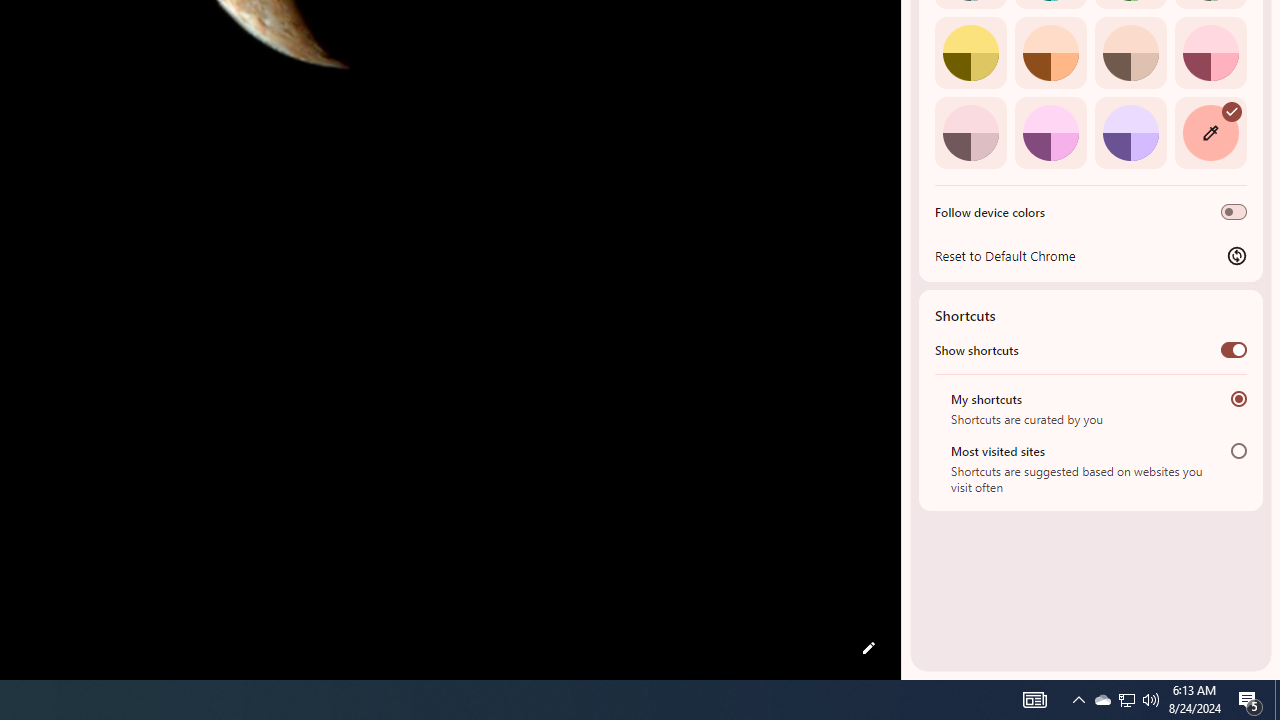  Describe the element at coordinates (868, 648) in the screenshot. I see `'Customize this page'` at that location.